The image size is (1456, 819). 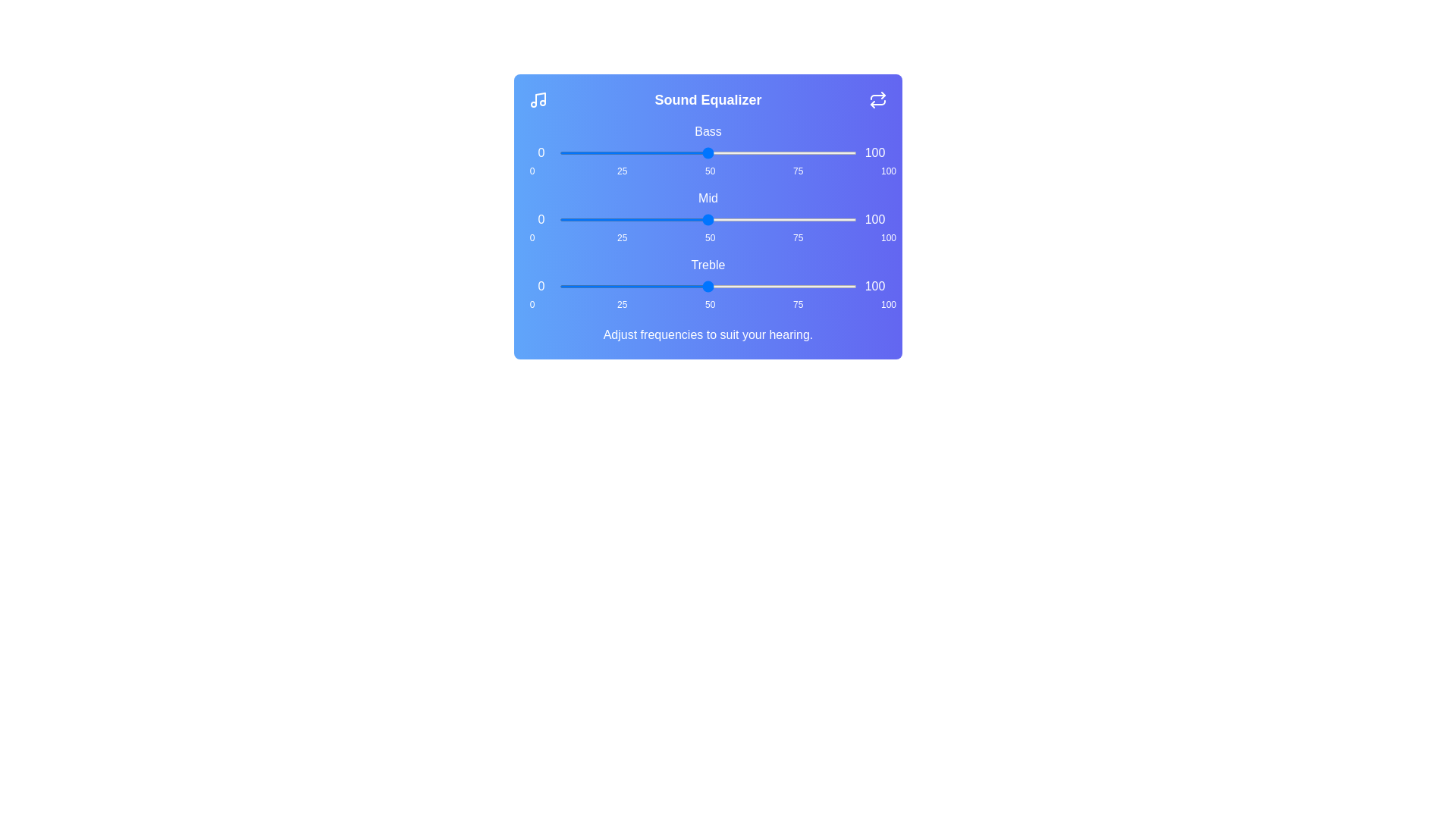 What do you see at coordinates (613, 152) in the screenshot?
I see `the bass slider to 18%` at bounding box center [613, 152].